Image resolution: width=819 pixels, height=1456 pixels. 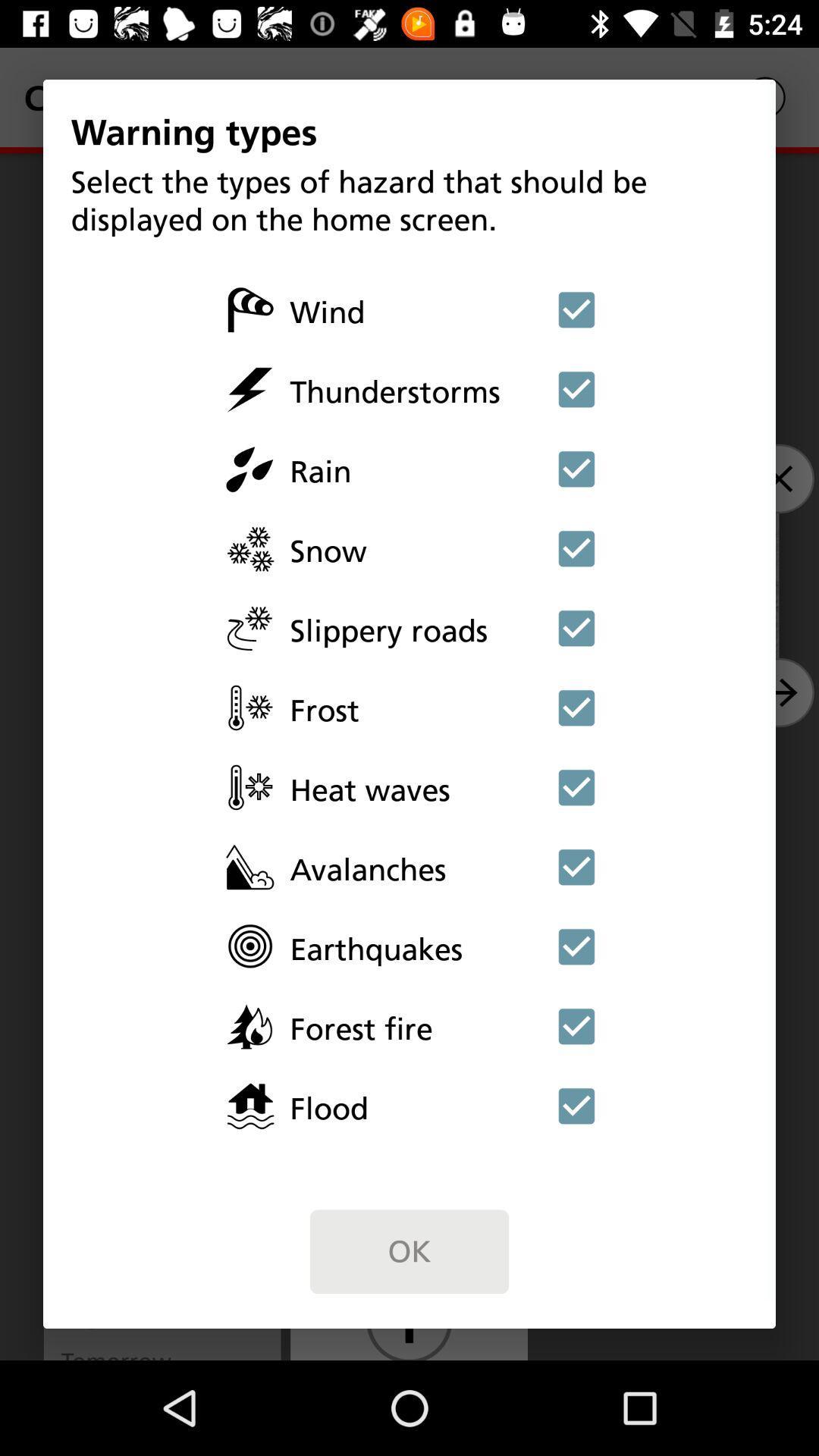 I want to click on hazard type, so click(x=576, y=1106).